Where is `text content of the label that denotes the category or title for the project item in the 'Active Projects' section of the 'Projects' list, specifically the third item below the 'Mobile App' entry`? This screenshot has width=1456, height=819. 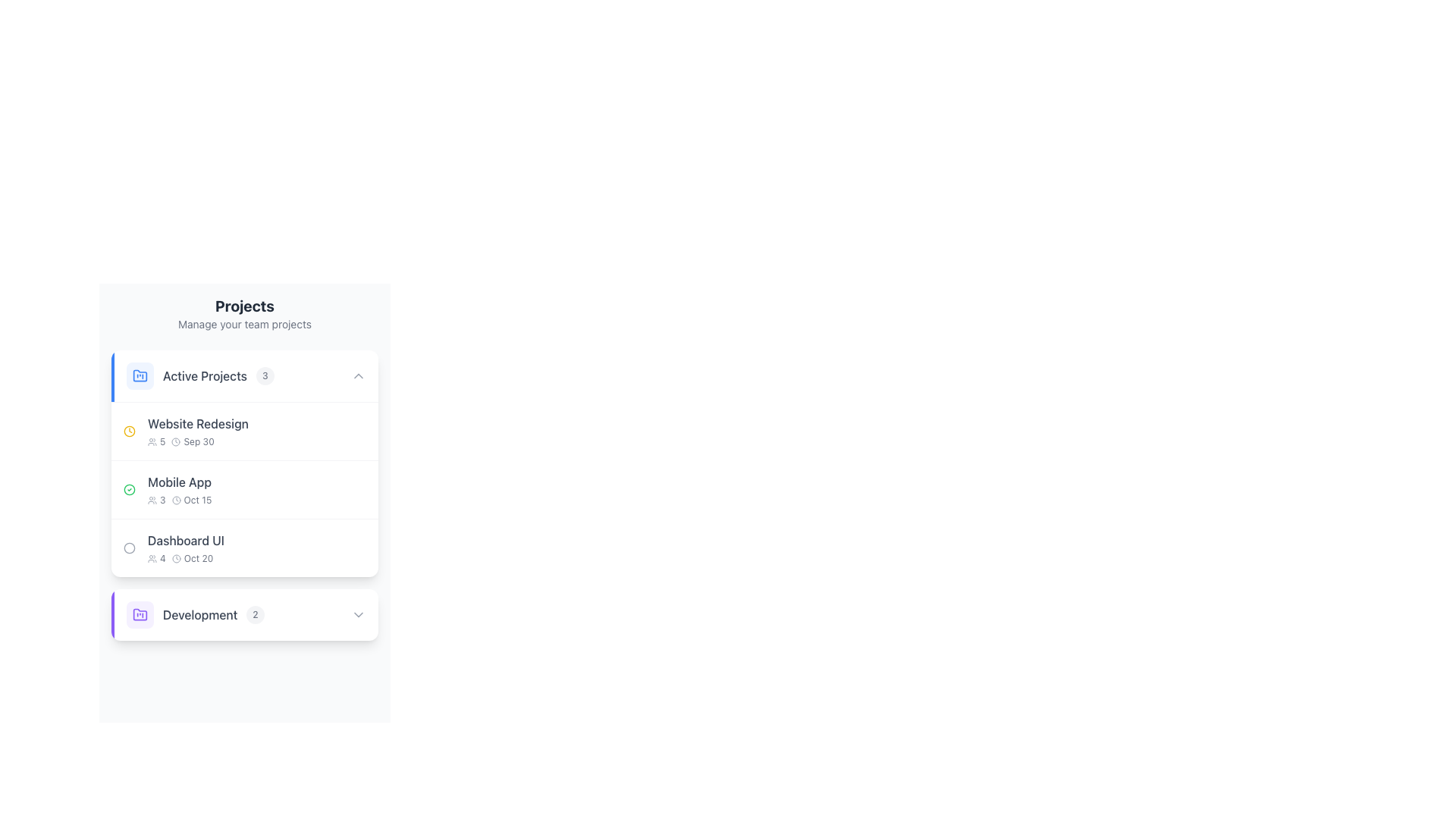 text content of the label that denotes the category or title for the project item in the 'Active Projects' section of the 'Projects' list, specifically the third item below the 'Mobile App' entry is located at coordinates (185, 540).